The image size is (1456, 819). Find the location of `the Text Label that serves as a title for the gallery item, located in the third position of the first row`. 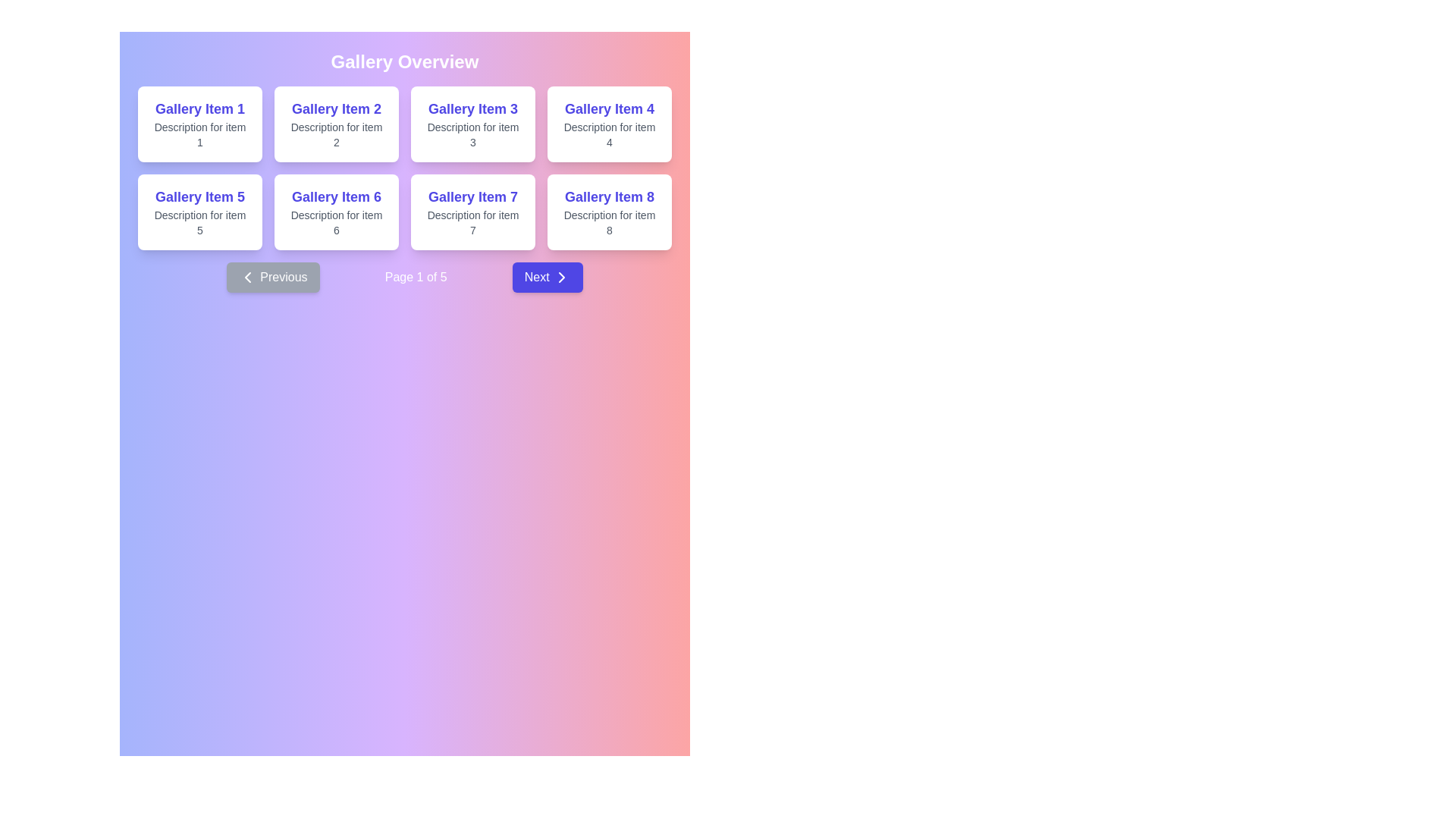

the Text Label that serves as a title for the gallery item, located in the third position of the first row is located at coordinates (472, 108).